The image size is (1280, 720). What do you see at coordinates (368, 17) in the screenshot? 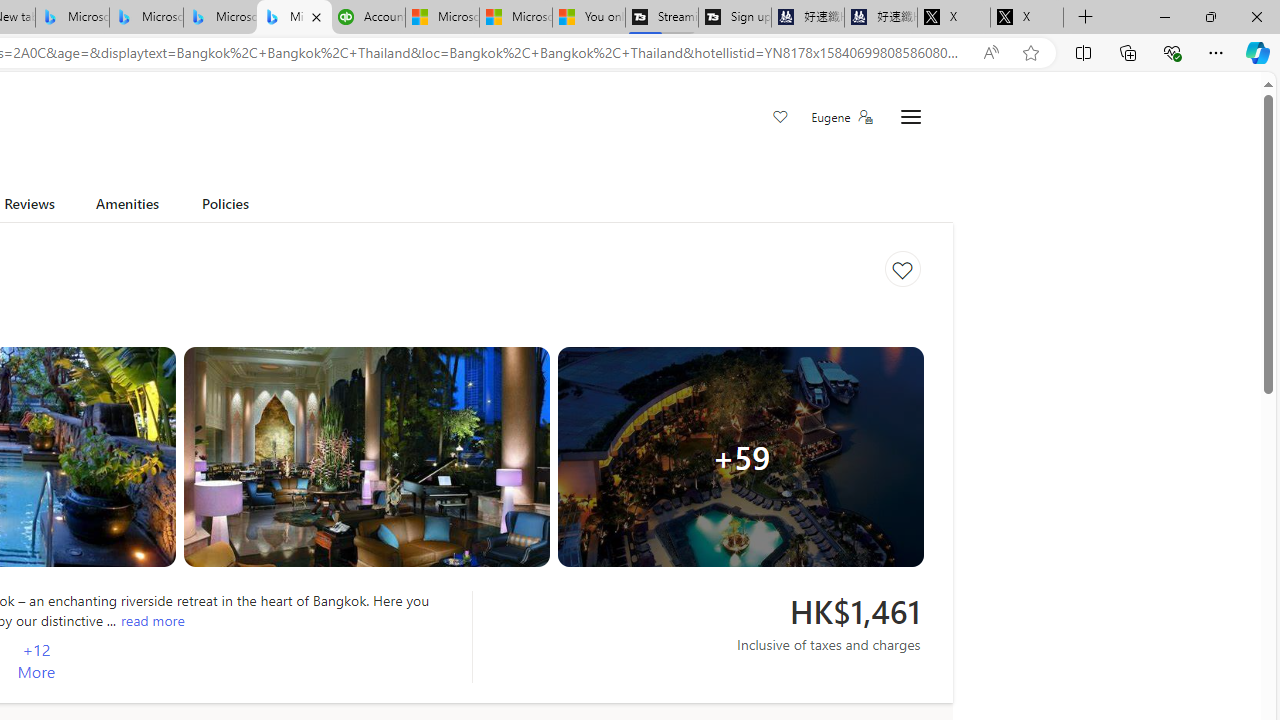
I see `'Accounting Software for Accountants, CPAs and Bookkeepers'` at bounding box center [368, 17].